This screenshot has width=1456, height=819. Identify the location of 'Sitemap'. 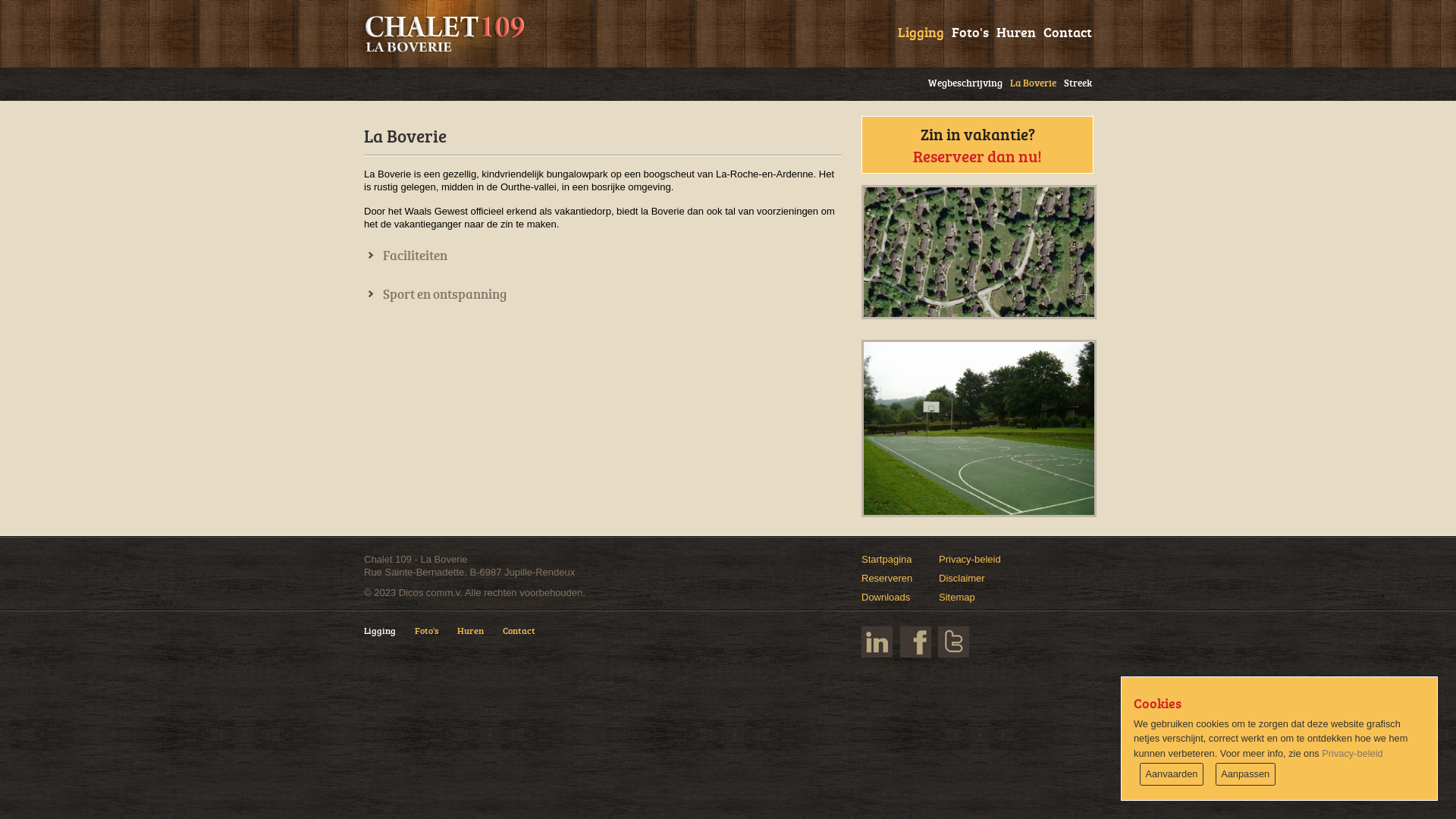
(956, 596).